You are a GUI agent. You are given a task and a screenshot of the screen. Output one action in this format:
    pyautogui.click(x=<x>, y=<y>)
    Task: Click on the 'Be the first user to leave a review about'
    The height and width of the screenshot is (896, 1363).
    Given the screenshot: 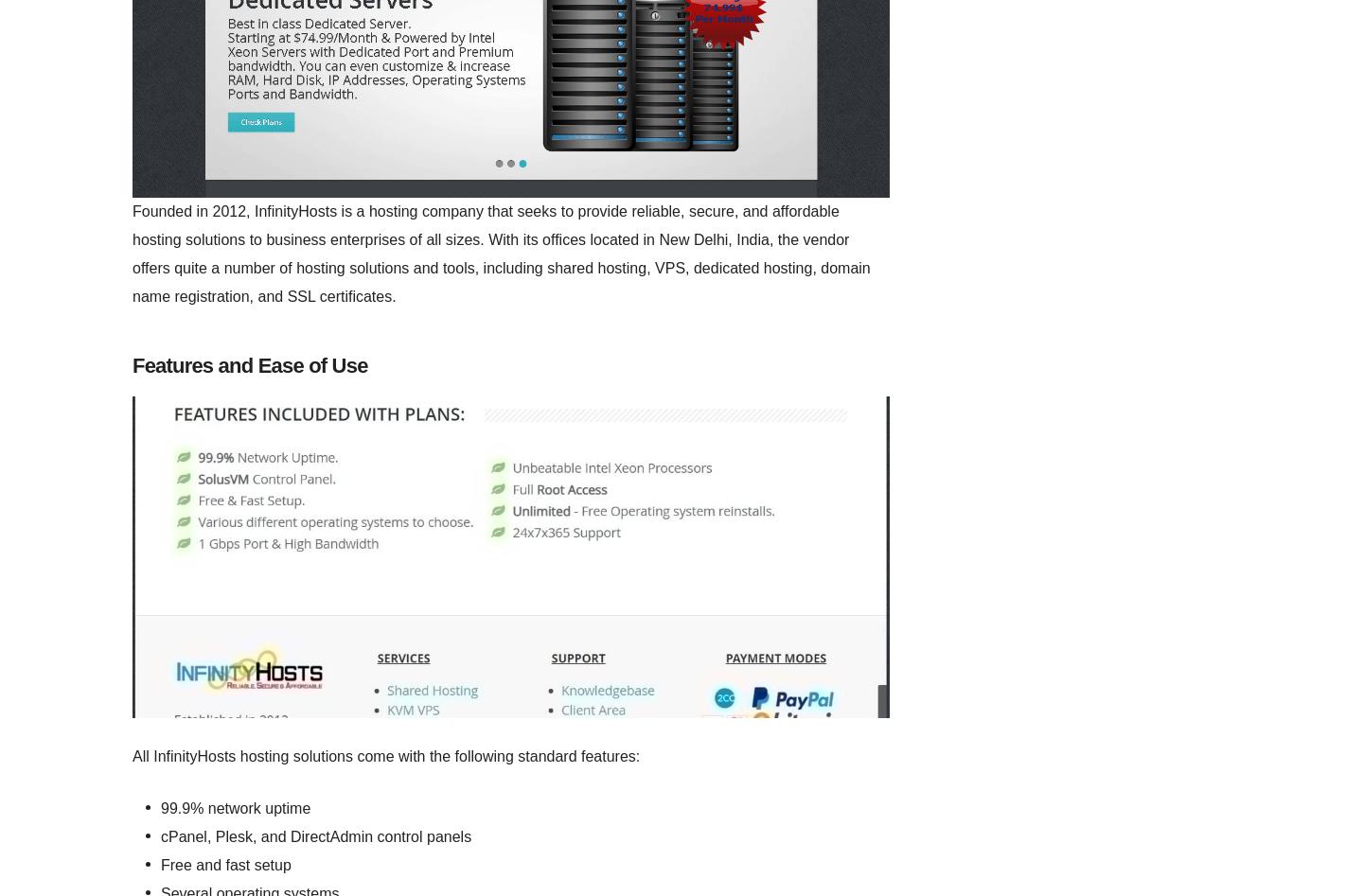 What is the action you would take?
    pyautogui.click(x=221, y=84)
    